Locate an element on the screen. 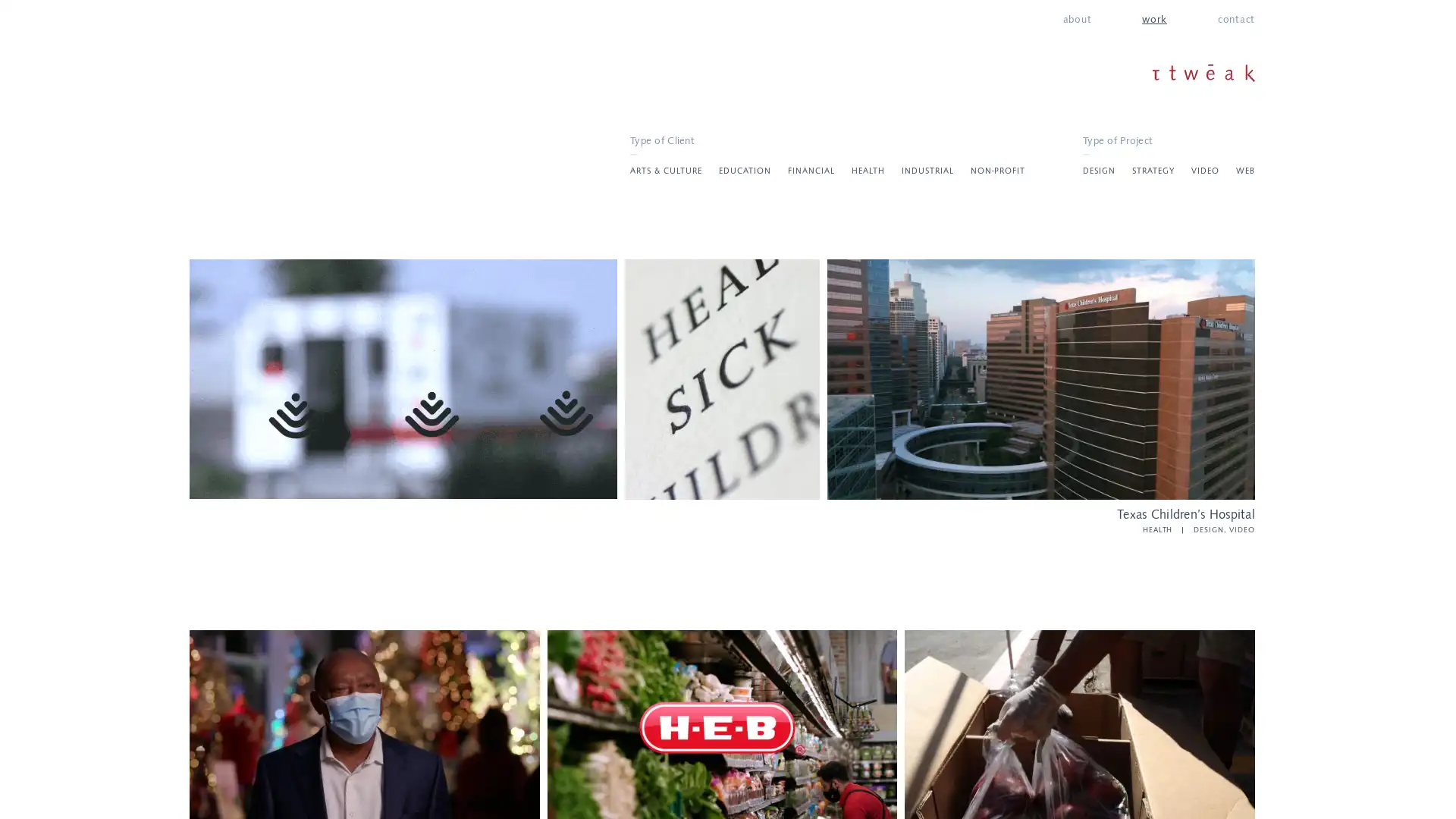  HEALTH is located at coordinates (868, 171).